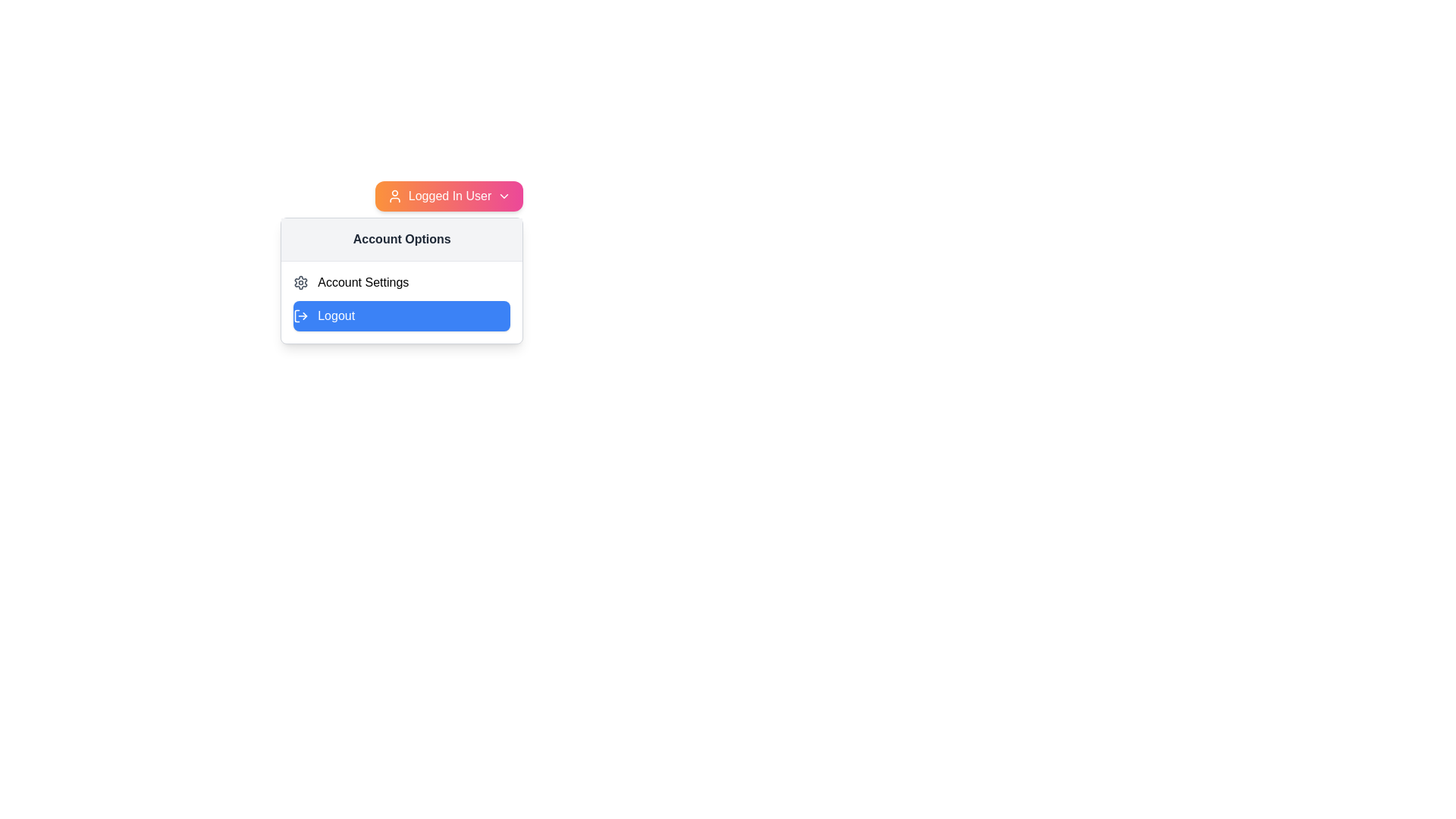 This screenshot has height=819, width=1456. Describe the element at coordinates (335, 315) in the screenshot. I see `the blue button in the 'Account Options' section that contains the logout label, which is positioned underneath 'Account Settings' and next to the log-out icon` at that location.